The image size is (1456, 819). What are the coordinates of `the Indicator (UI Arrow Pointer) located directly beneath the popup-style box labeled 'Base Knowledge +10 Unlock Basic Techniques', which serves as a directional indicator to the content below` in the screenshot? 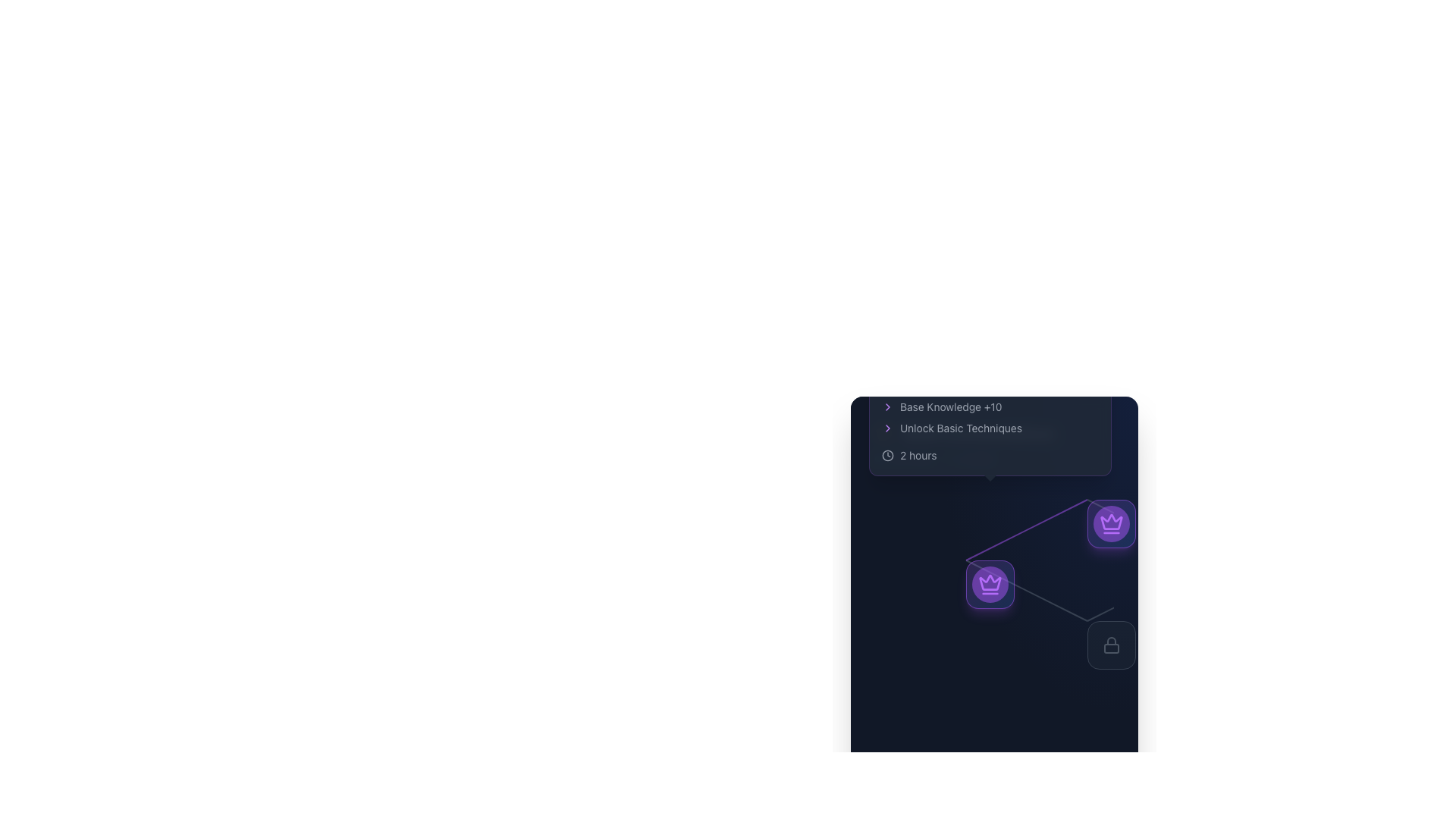 It's located at (990, 482).